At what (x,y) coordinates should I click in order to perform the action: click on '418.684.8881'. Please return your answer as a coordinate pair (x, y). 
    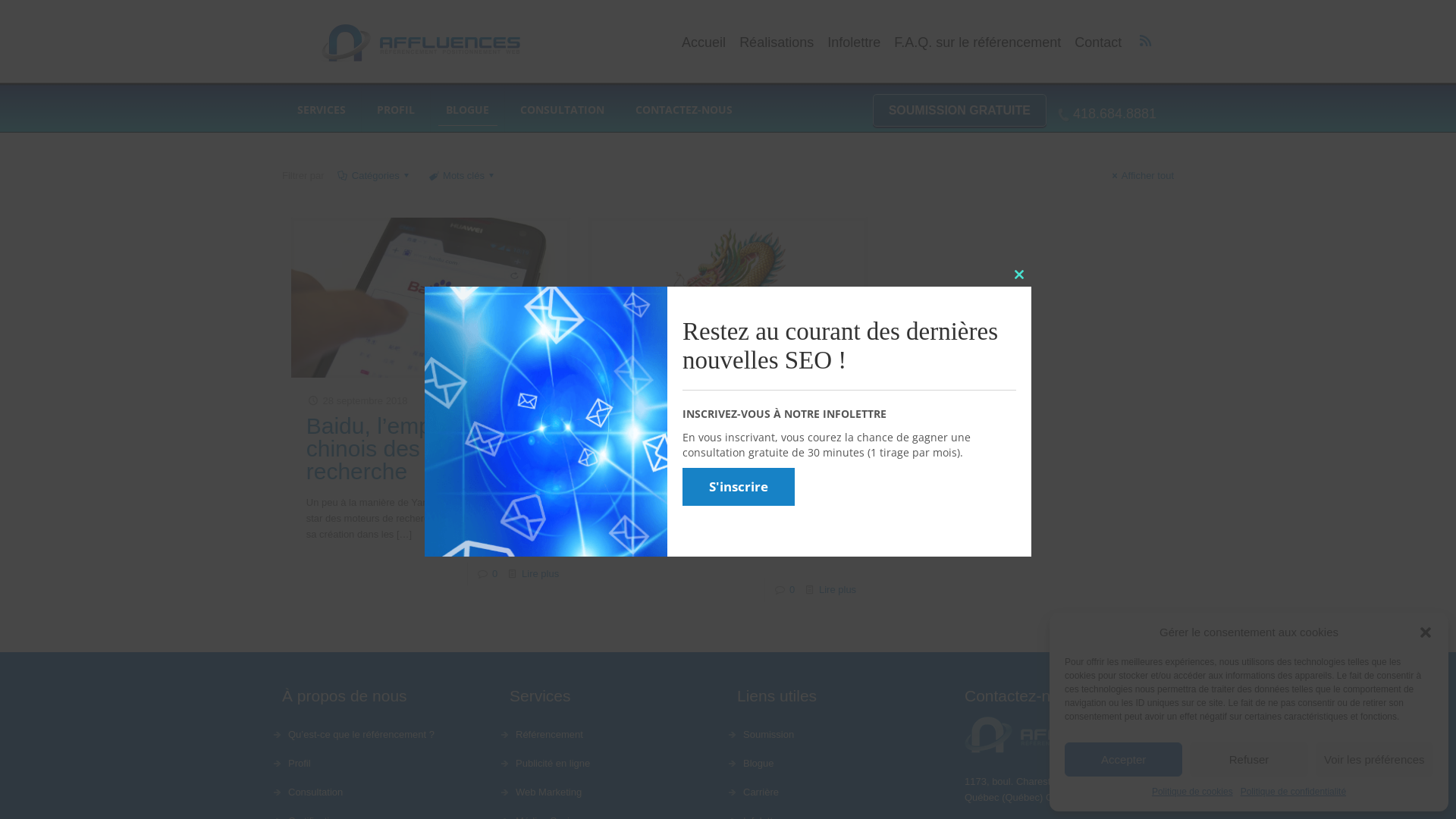
    Looking at the image, I should click on (1109, 113).